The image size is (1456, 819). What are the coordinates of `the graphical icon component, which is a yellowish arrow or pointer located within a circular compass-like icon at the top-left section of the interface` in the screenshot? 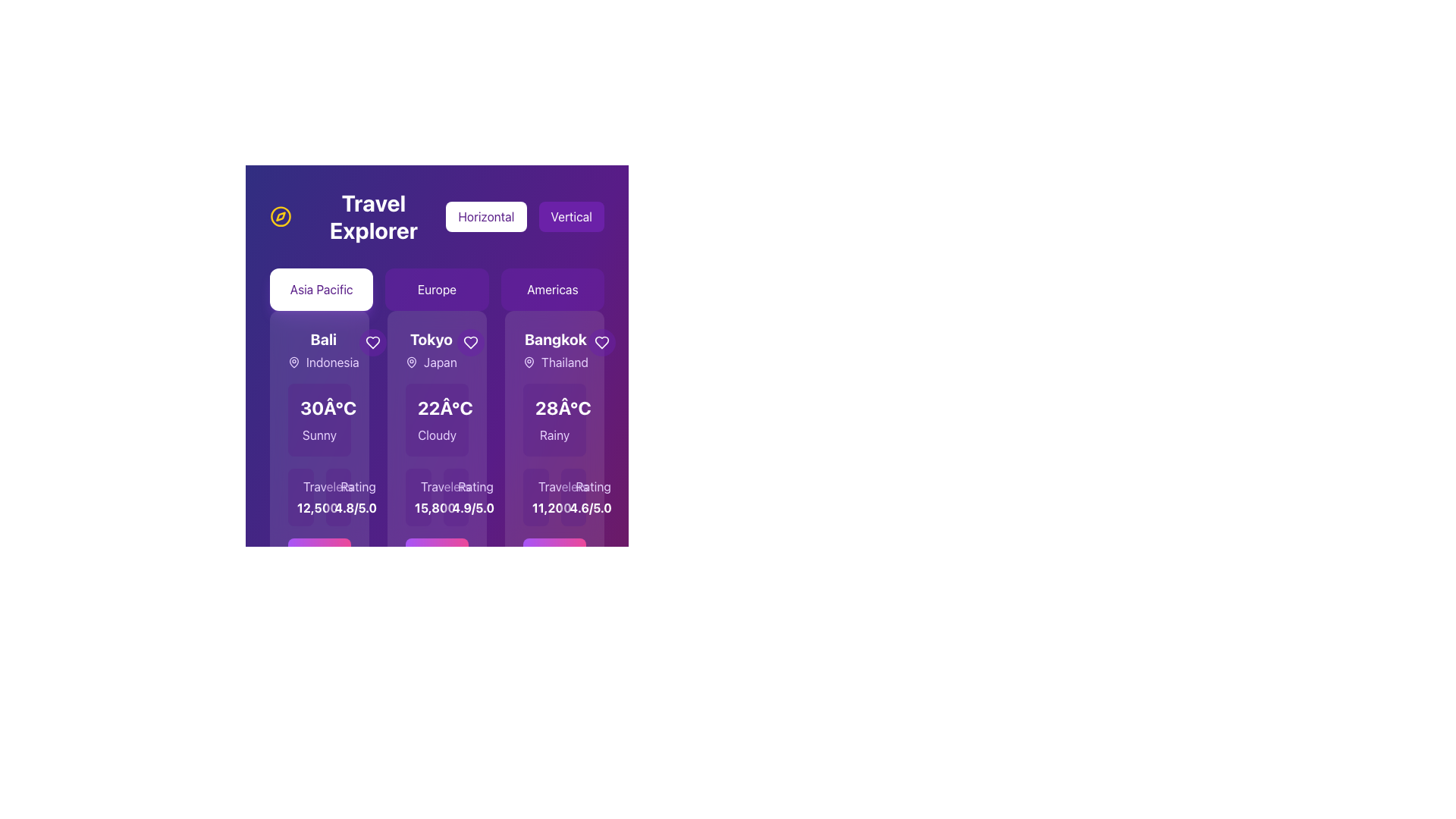 It's located at (281, 216).